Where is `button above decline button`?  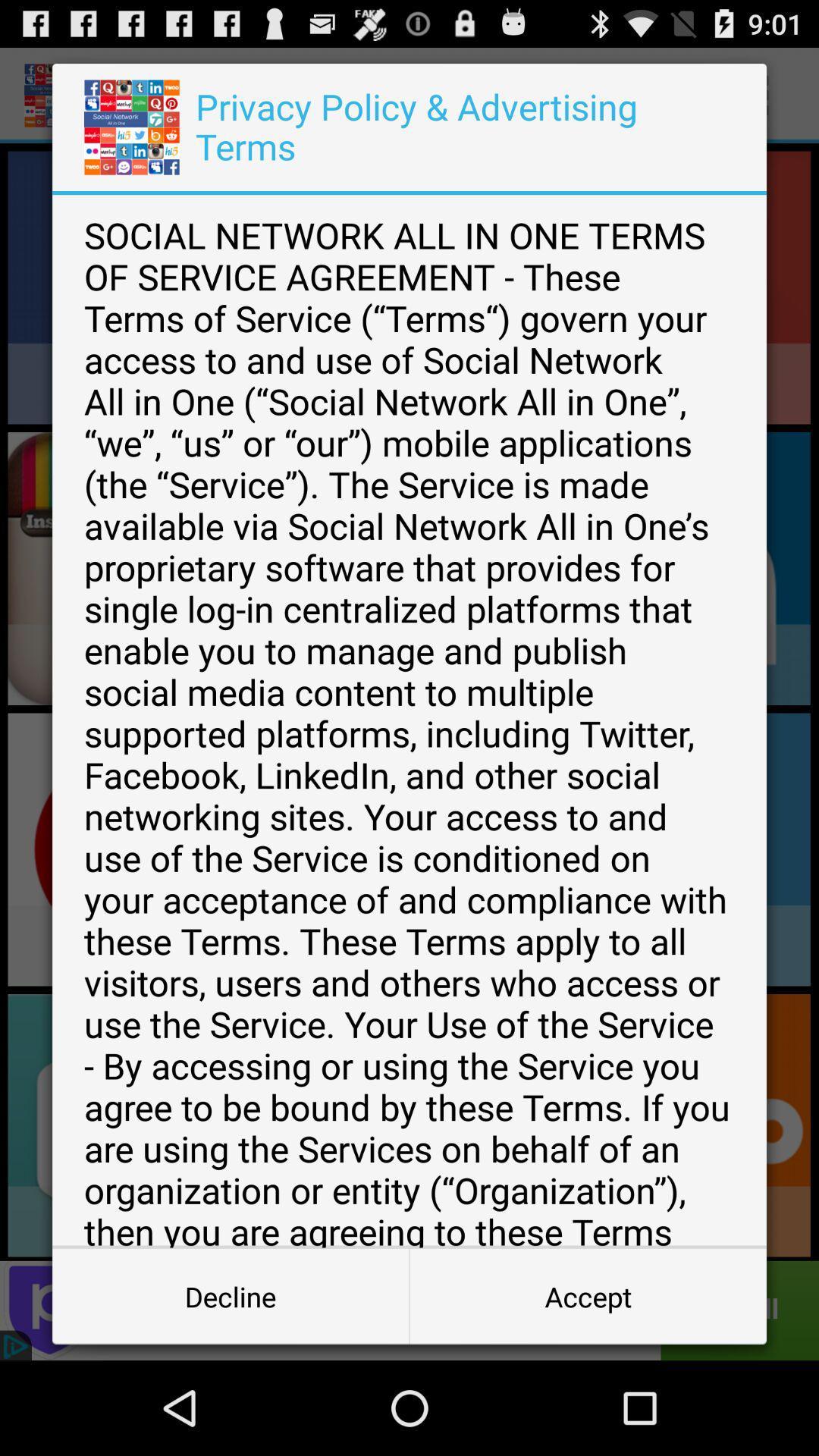 button above decline button is located at coordinates (409, 720).